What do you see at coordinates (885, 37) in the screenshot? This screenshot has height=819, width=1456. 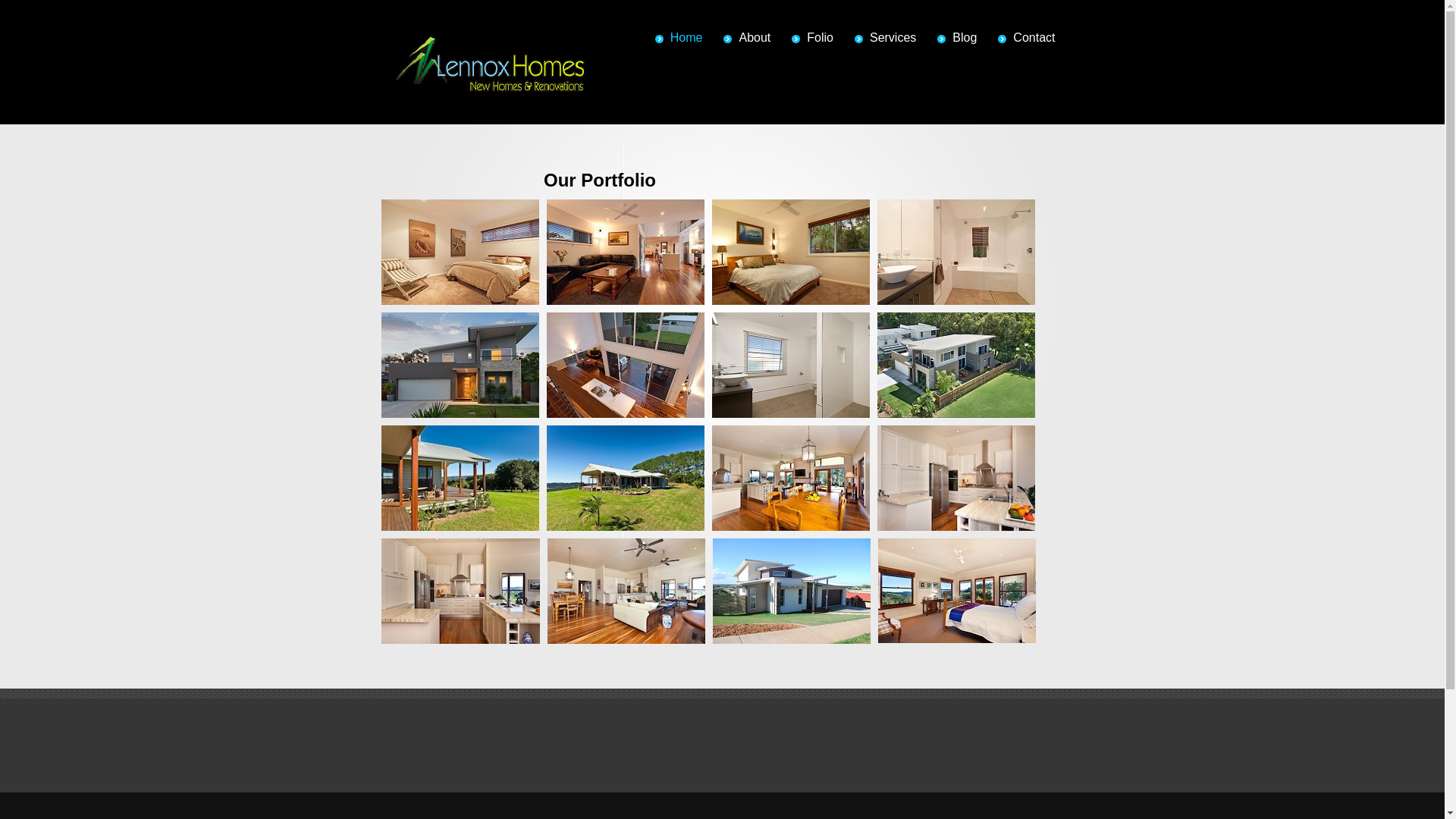 I see `'Services'` at bounding box center [885, 37].